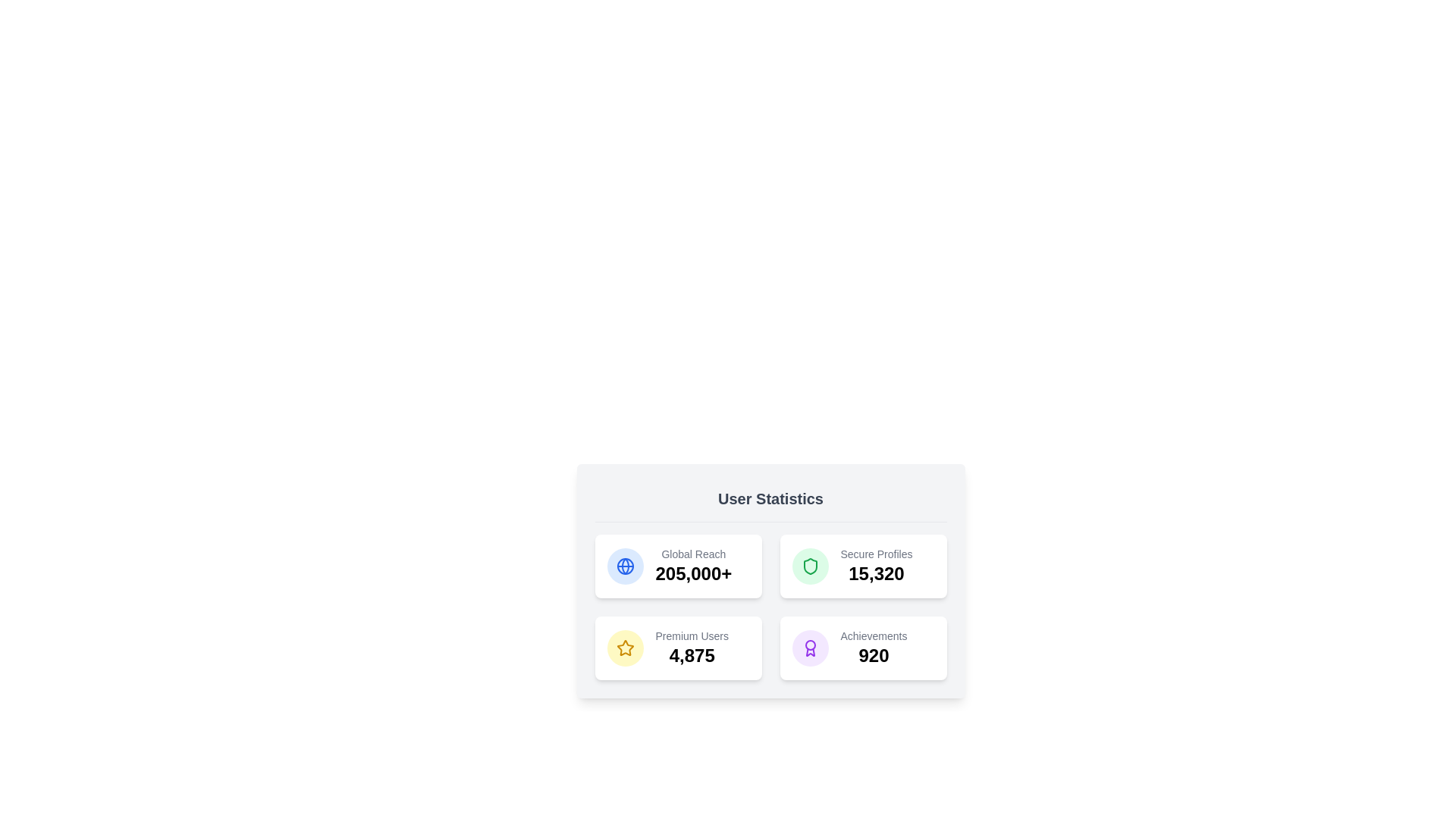 Image resolution: width=1456 pixels, height=819 pixels. Describe the element at coordinates (874, 654) in the screenshot. I see `the Text label displaying the user's achievements, located in the bottom-right corner of the user statistics panel, directly below the 'Achievements' label` at that location.